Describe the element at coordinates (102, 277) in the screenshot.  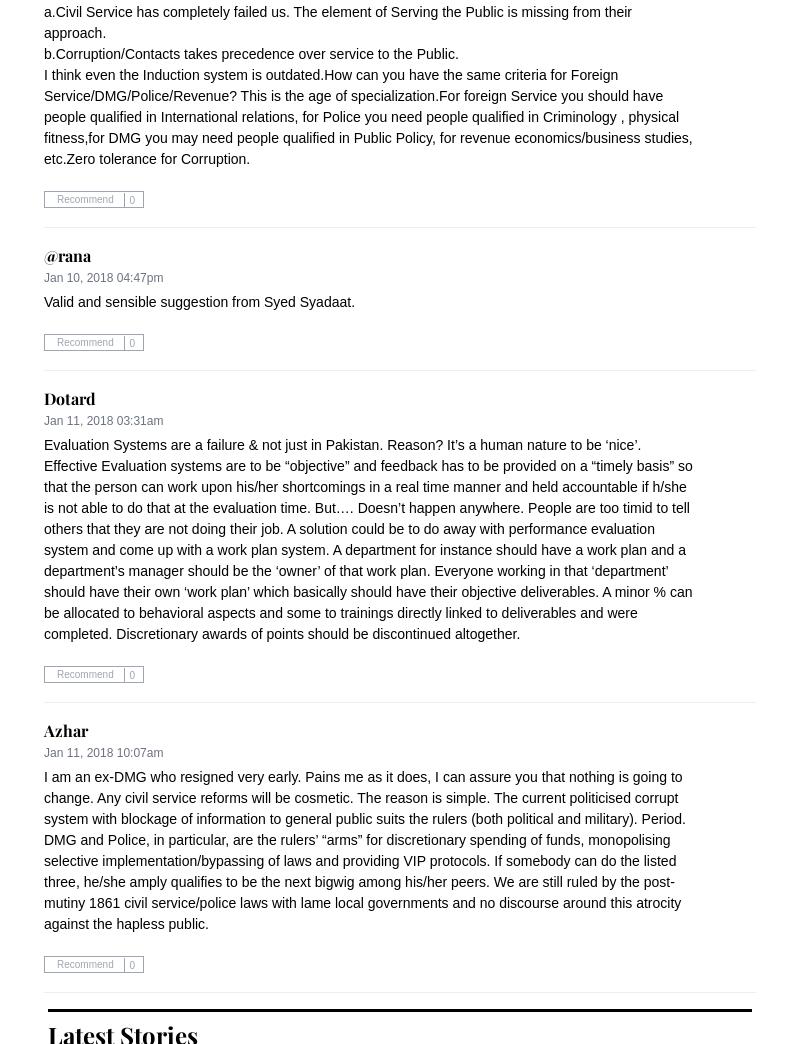
I see `'Jan 10, 2018 04:47pm'` at that location.